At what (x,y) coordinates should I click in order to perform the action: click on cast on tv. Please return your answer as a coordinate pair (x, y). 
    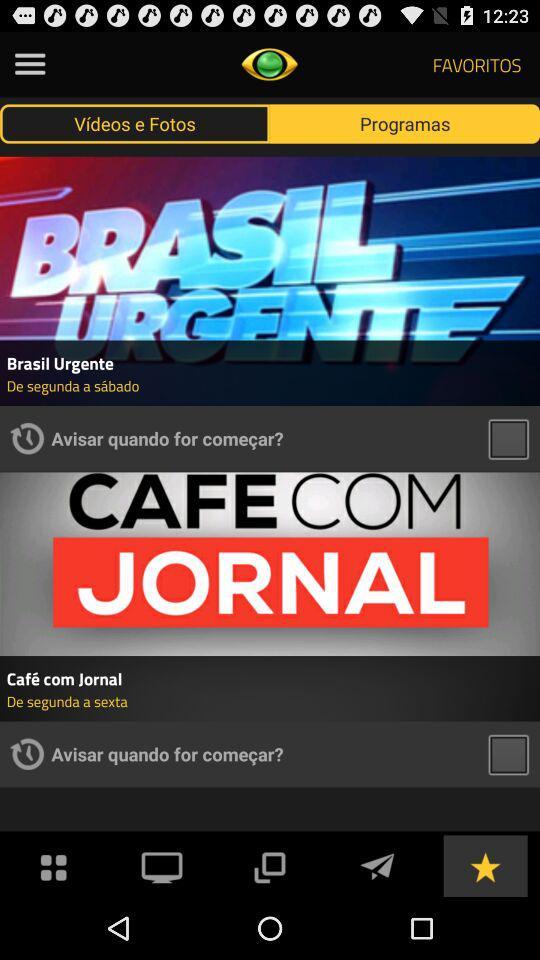
    Looking at the image, I should click on (161, 864).